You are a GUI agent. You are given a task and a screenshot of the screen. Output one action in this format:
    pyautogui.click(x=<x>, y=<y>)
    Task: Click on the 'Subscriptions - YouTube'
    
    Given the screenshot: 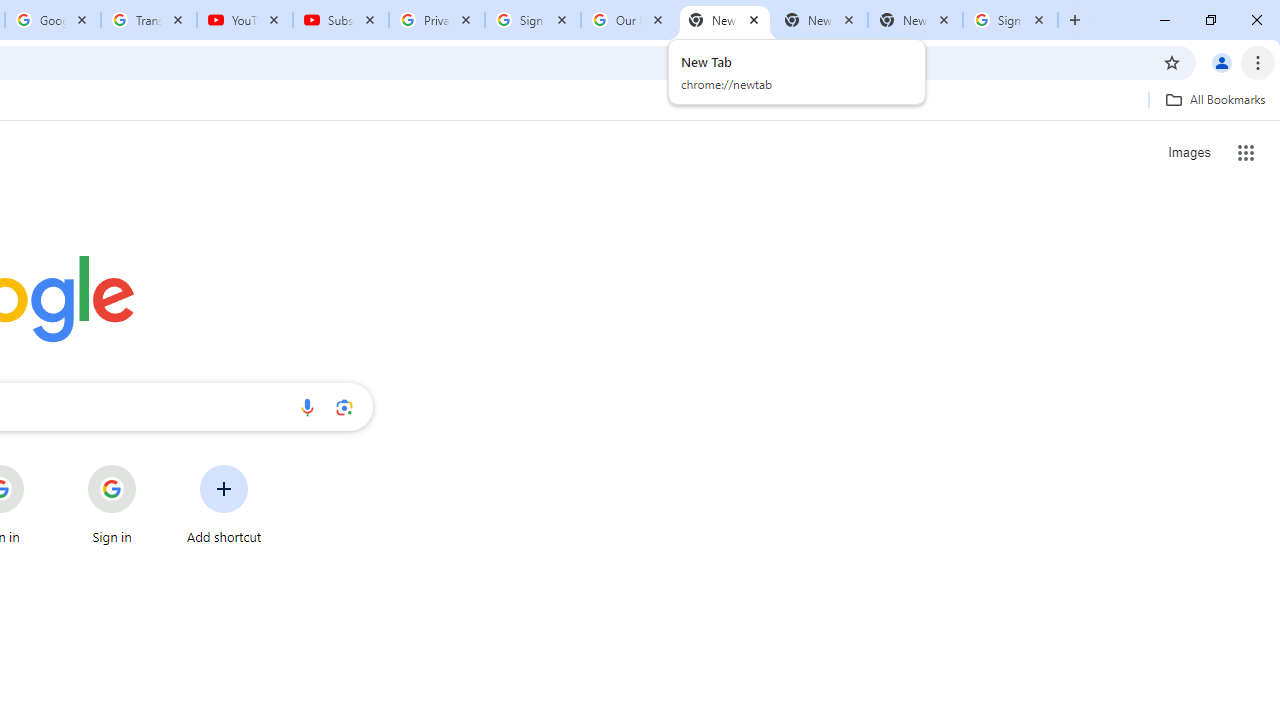 What is the action you would take?
    pyautogui.click(x=341, y=20)
    